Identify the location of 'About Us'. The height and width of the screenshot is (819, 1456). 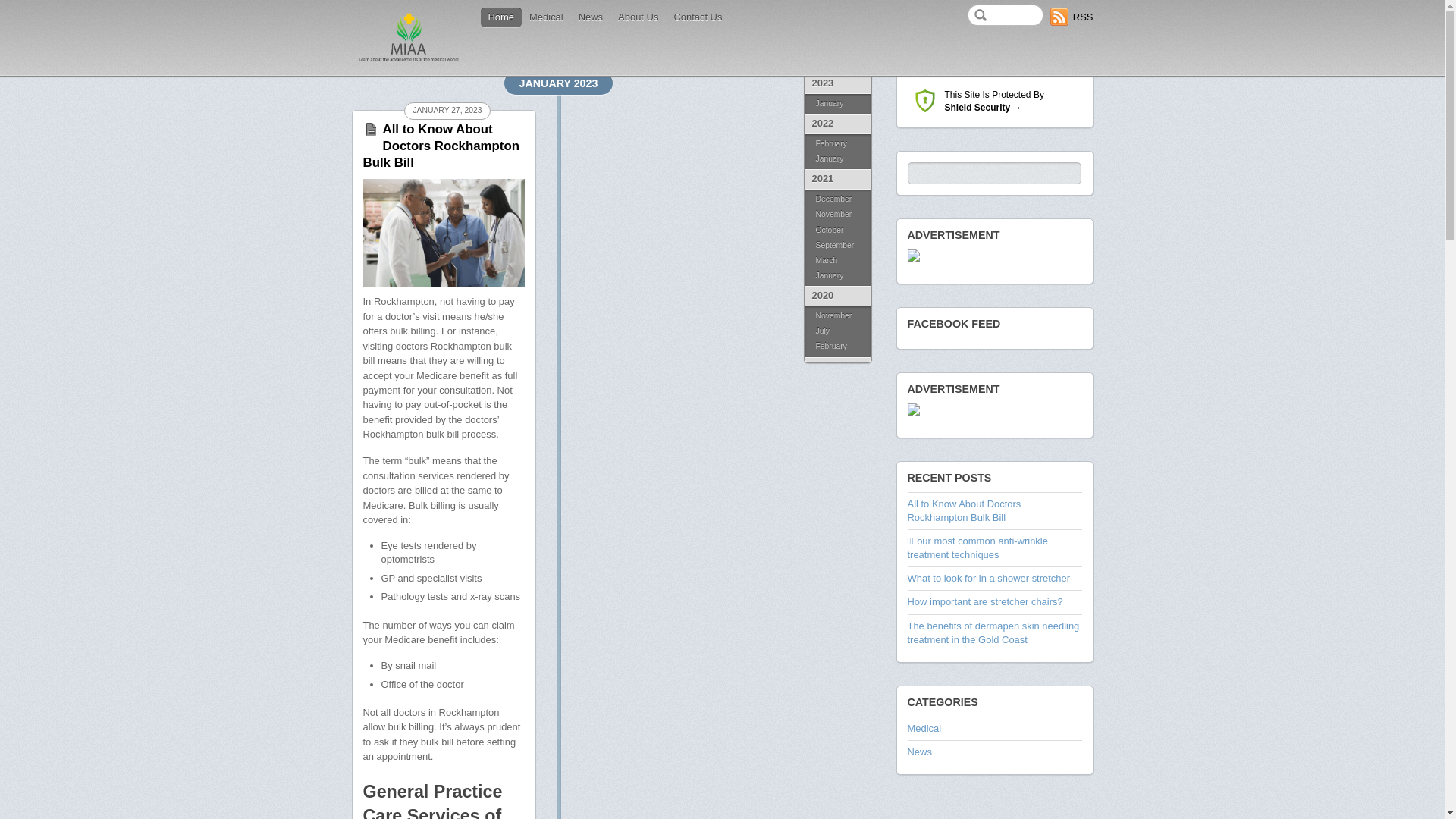
(610, 17).